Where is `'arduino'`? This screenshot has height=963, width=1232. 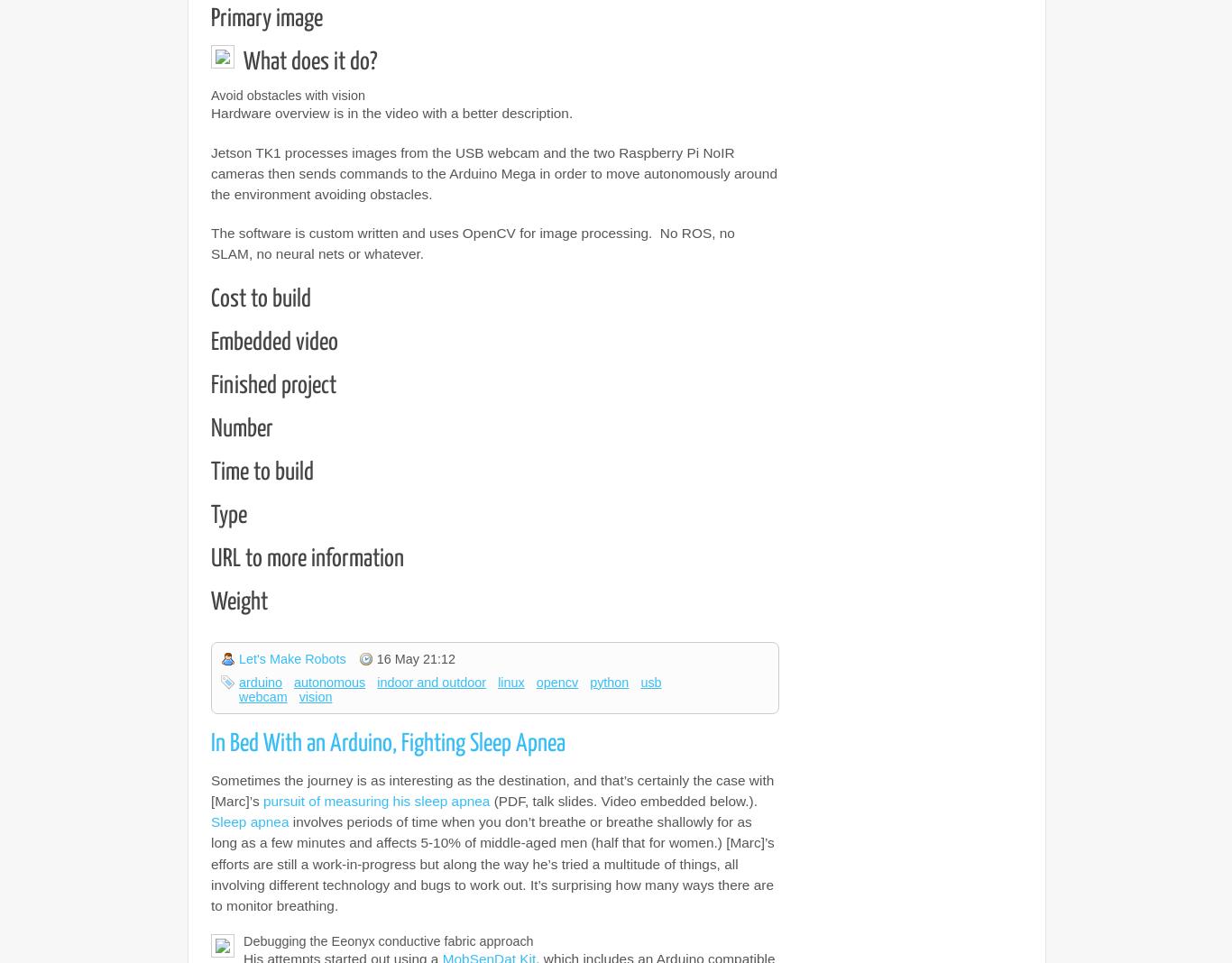 'arduino' is located at coordinates (261, 682).